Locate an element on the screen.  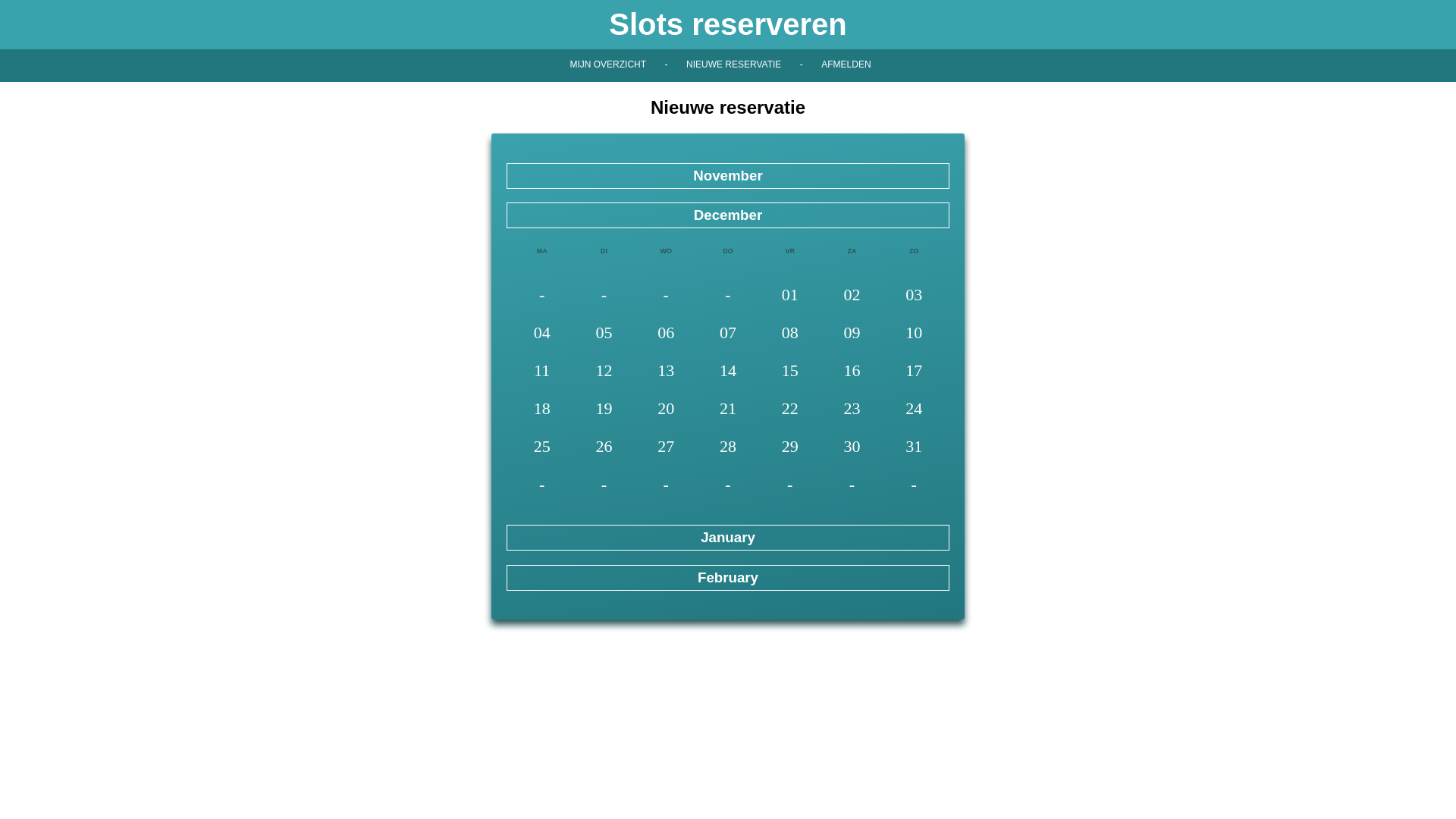
'31' is located at coordinates (912, 447).